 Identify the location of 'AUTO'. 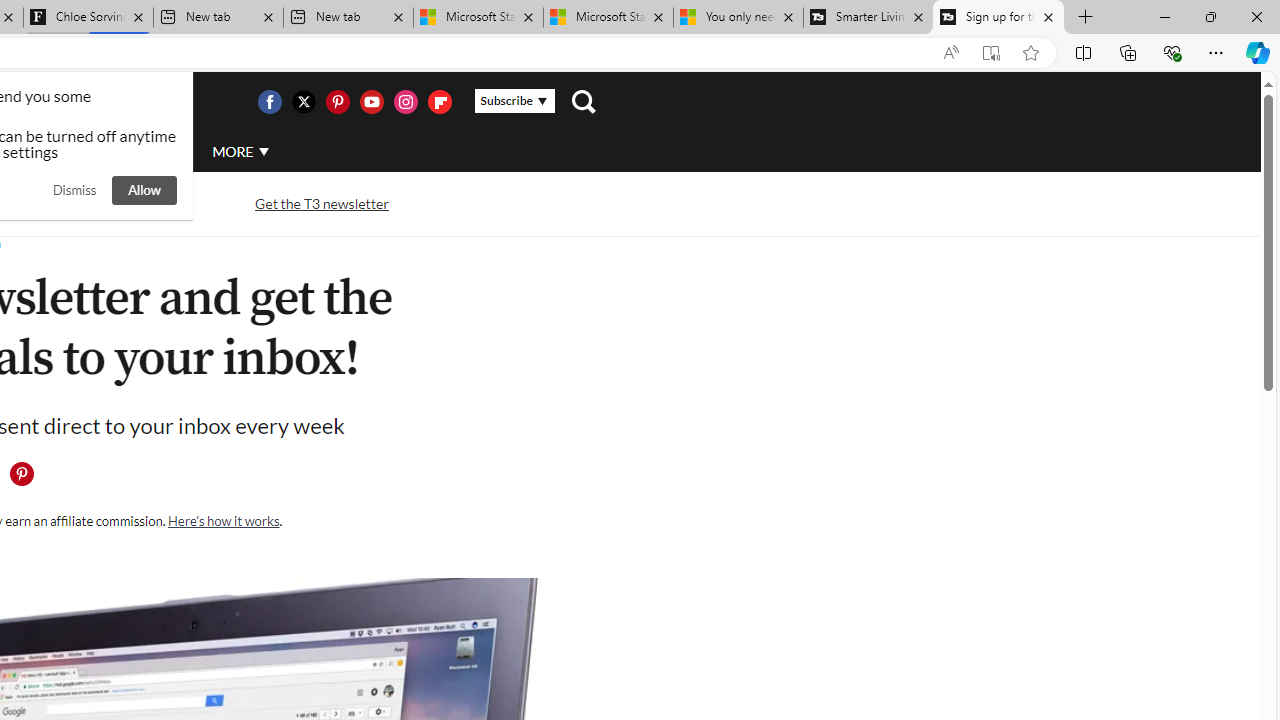
(152, 150).